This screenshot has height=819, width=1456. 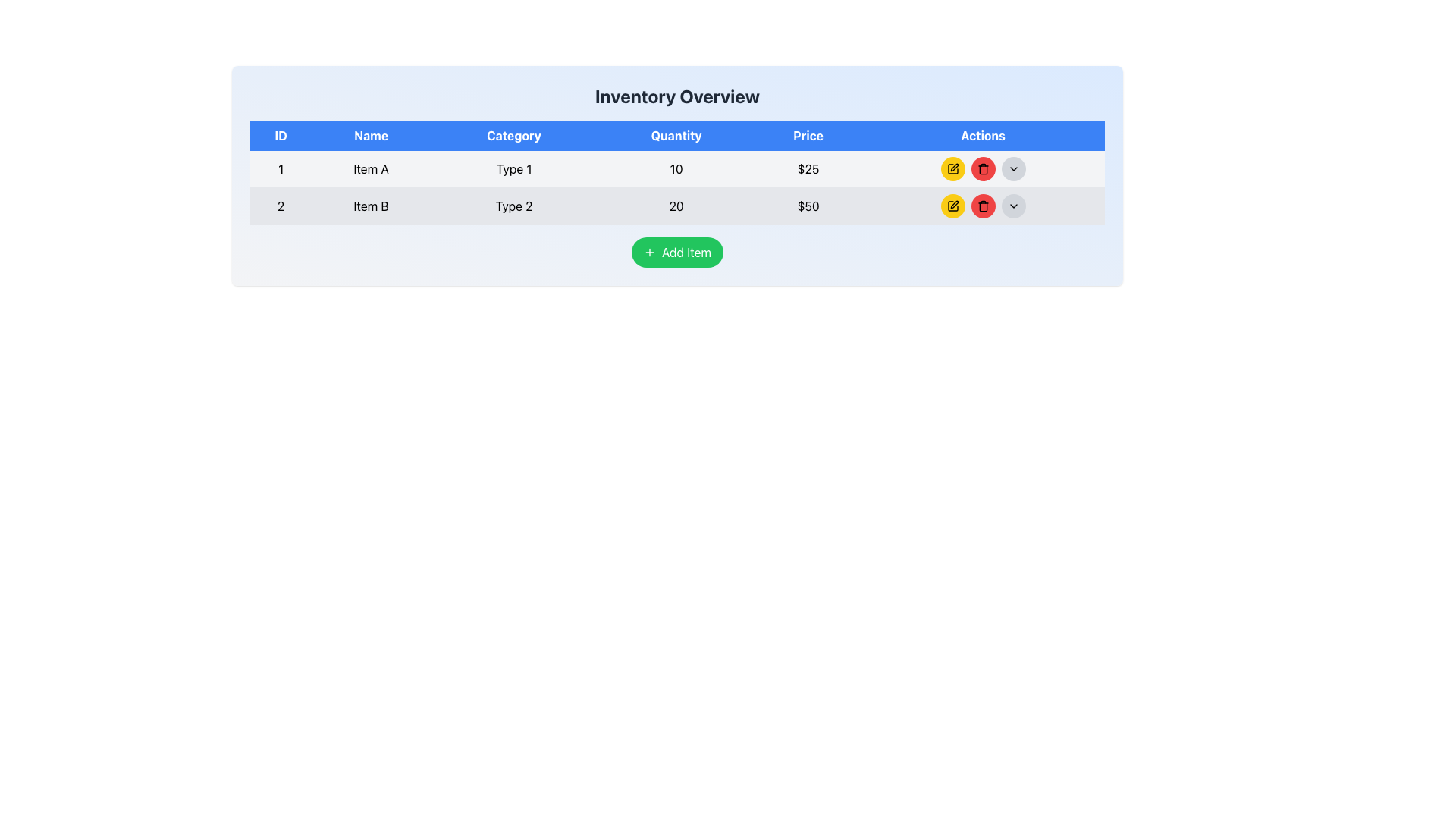 I want to click on the circular red button with a trash icon located in the Actions column of the first table row, so click(x=983, y=169).